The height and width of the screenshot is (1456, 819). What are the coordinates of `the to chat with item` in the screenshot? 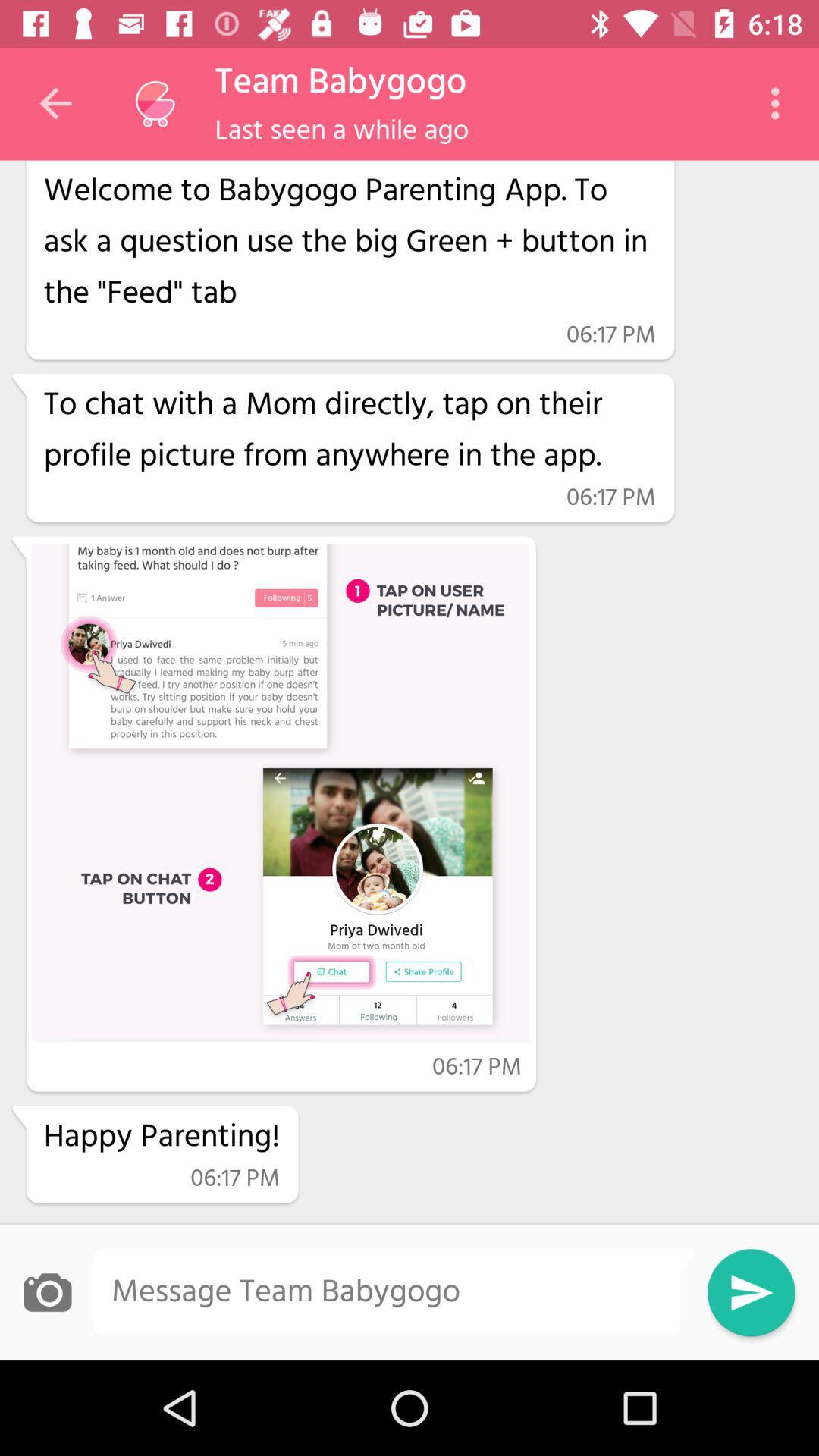 It's located at (350, 430).